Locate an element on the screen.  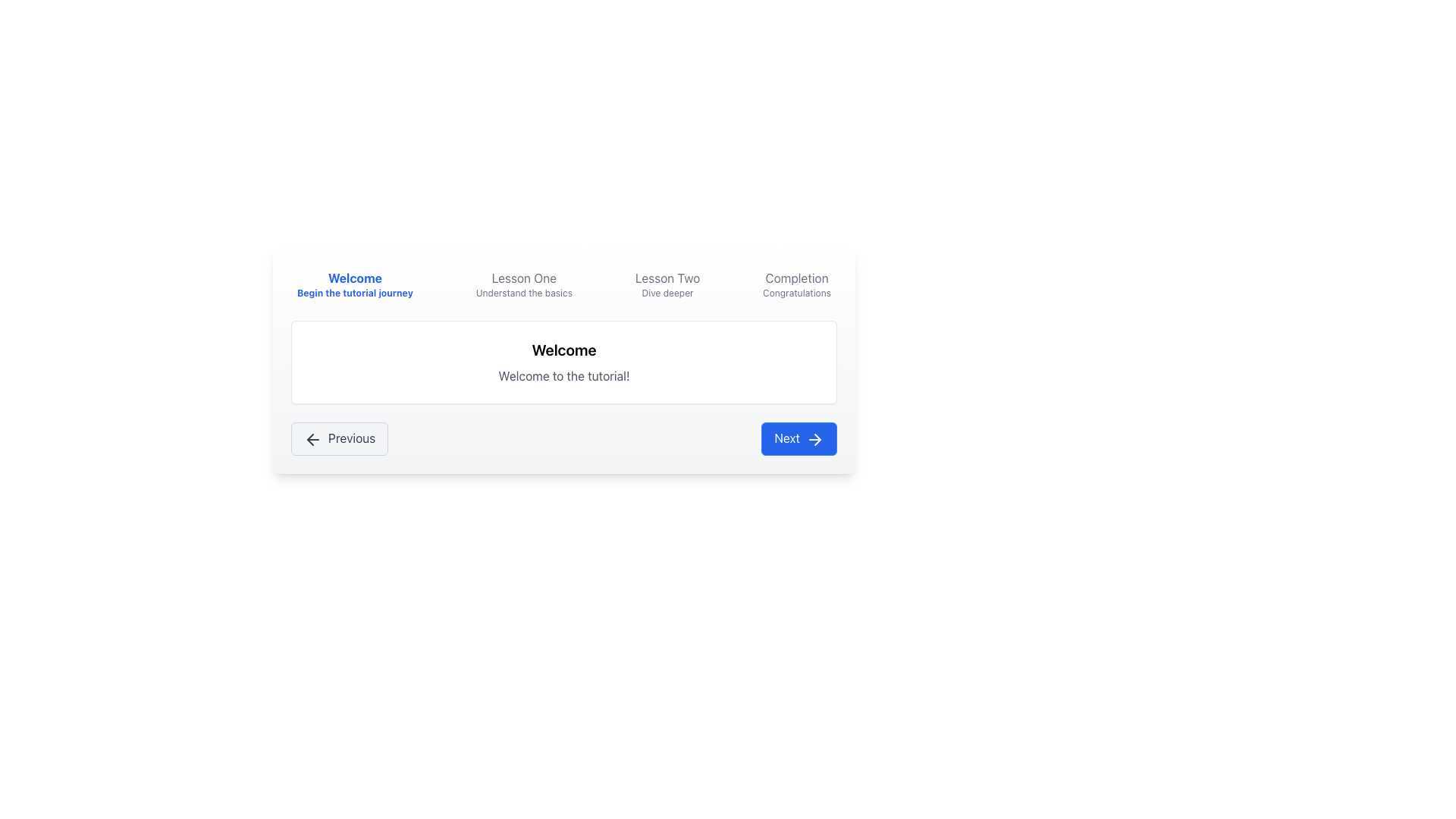
the button located on the left side of the footer navigation bar, which navigates to the previous item or step in a sequence is located at coordinates (339, 438).